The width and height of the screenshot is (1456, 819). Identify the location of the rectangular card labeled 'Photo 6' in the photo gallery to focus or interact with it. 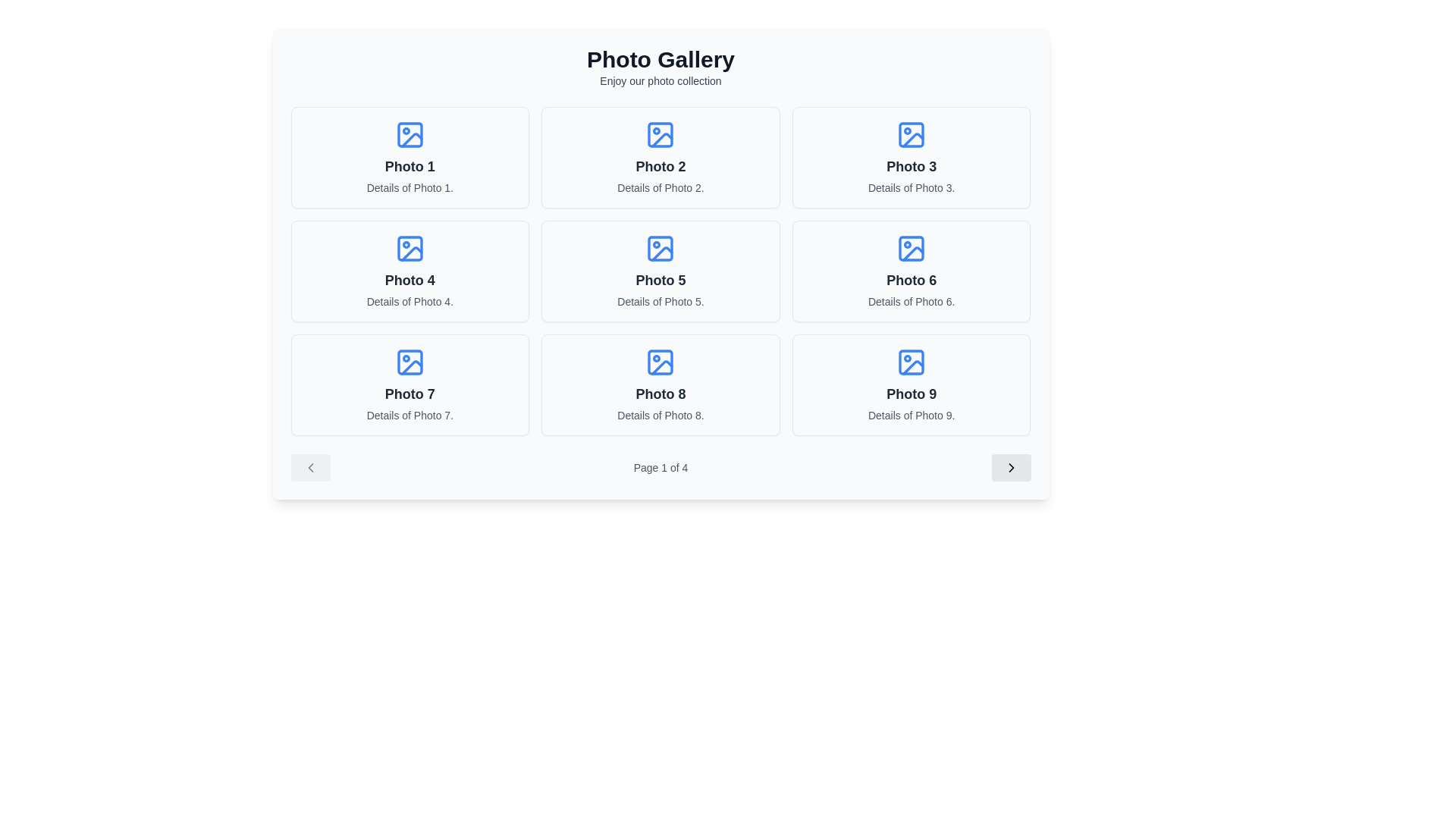
(911, 271).